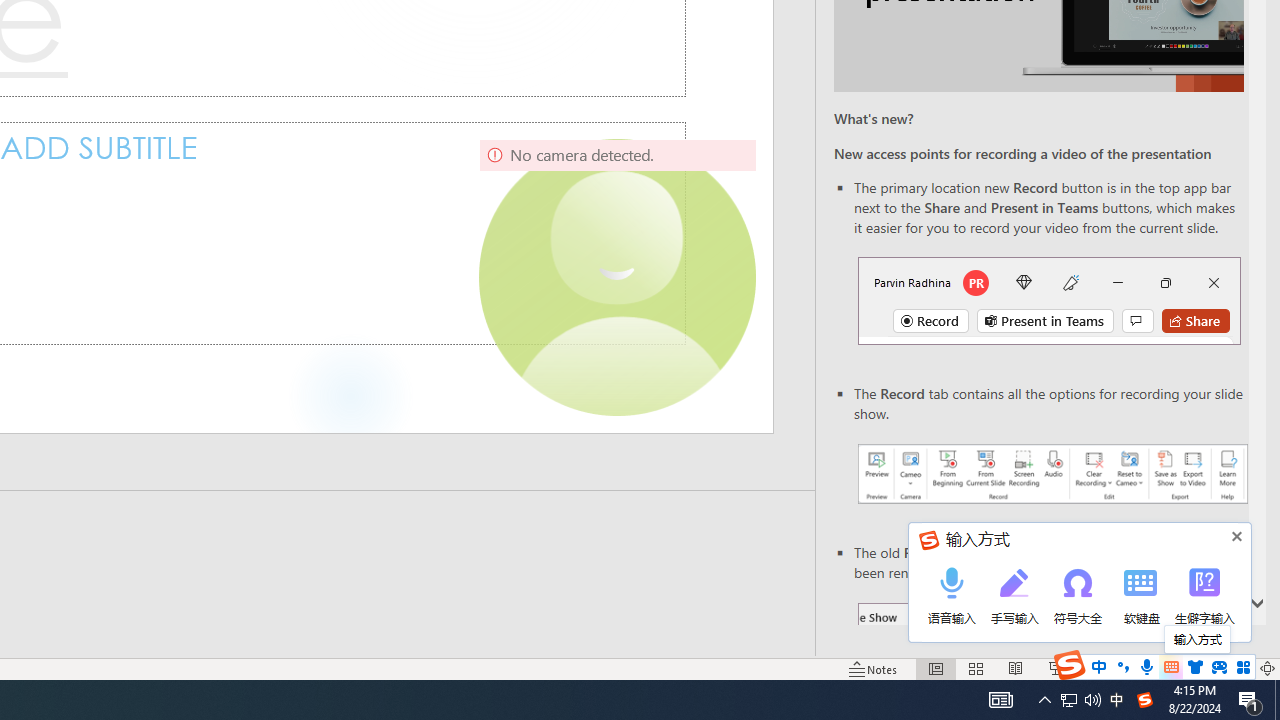 The image size is (1280, 720). Describe the element at coordinates (1051, 474) in the screenshot. I see `'Record your presentations screenshot one'` at that location.